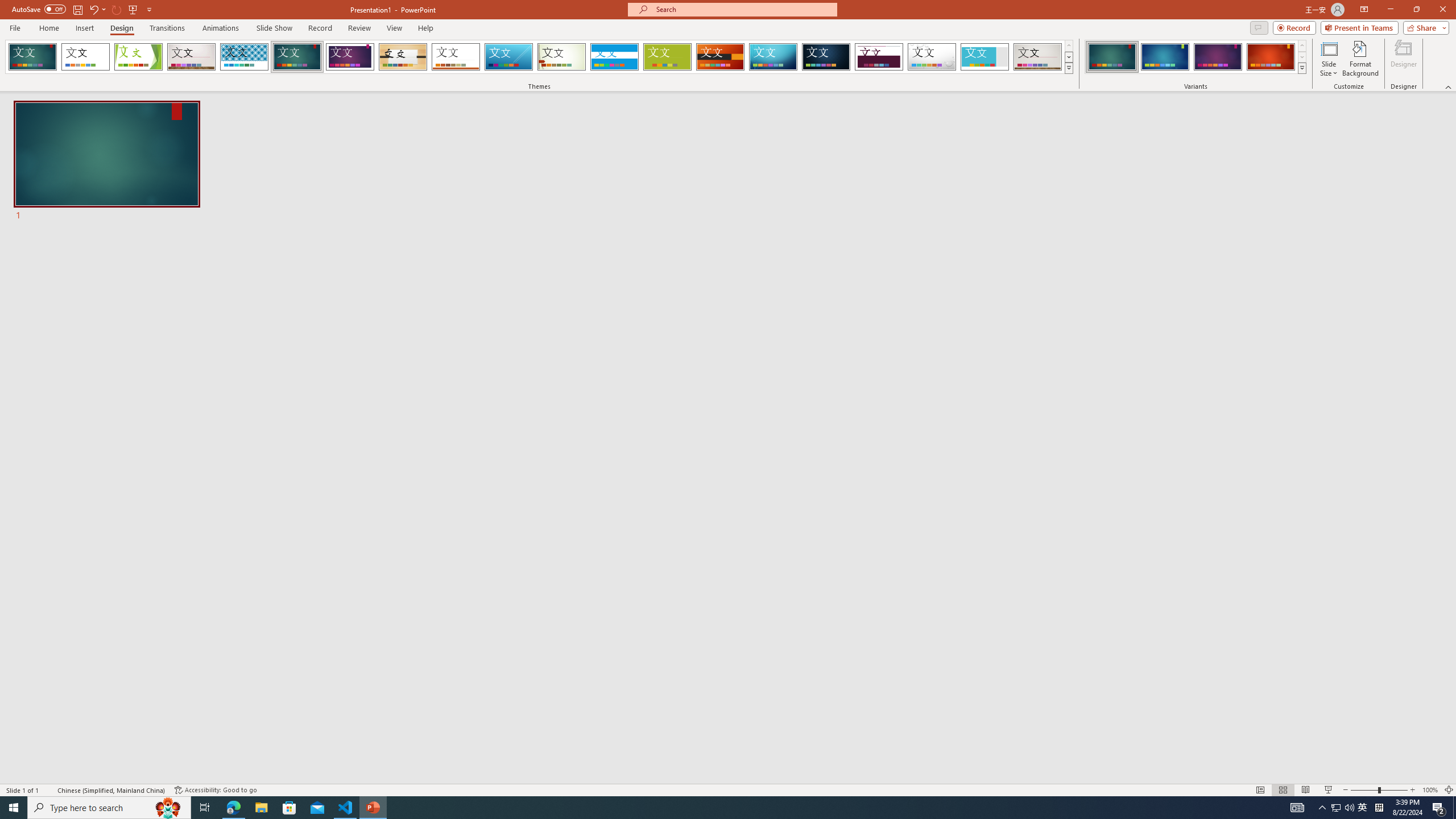  Describe the element at coordinates (614, 56) in the screenshot. I see `'Banded Loading Preview...'` at that location.